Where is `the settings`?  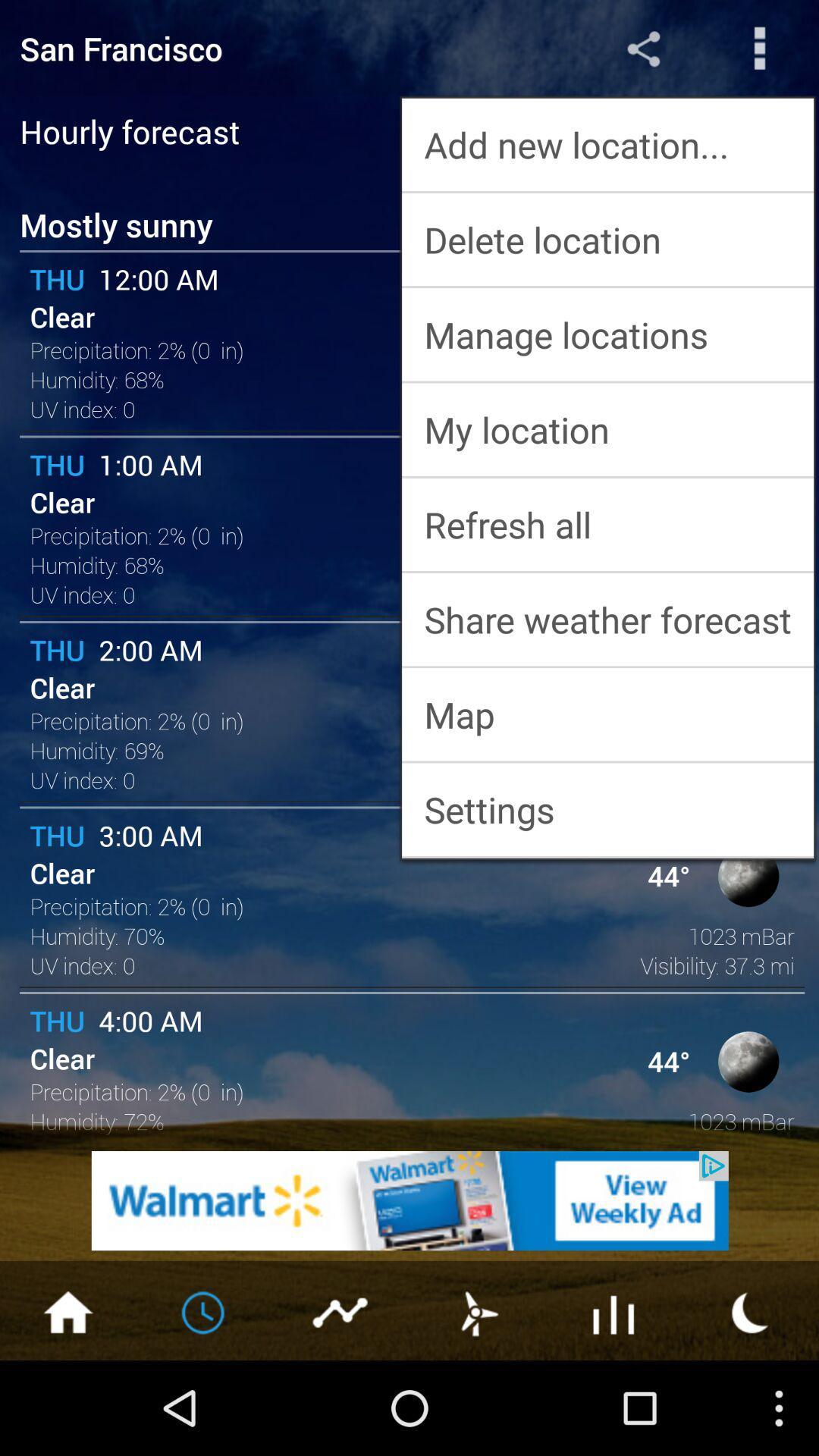 the settings is located at coordinates (607, 808).